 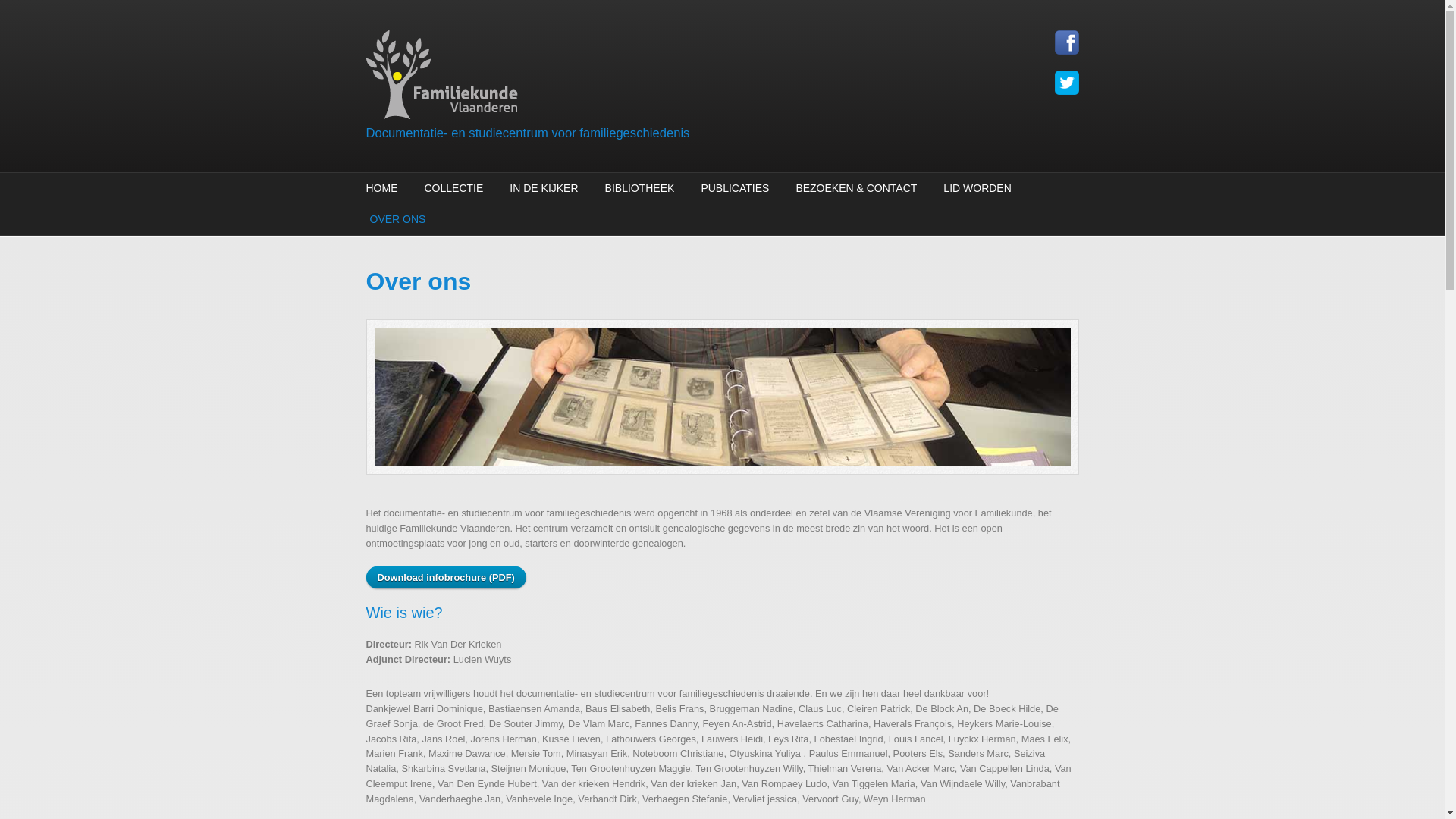 What do you see at coordinates (395, 219) in the screenshot?
I see `'OVER ONS'` at bounding box center [395, 219].